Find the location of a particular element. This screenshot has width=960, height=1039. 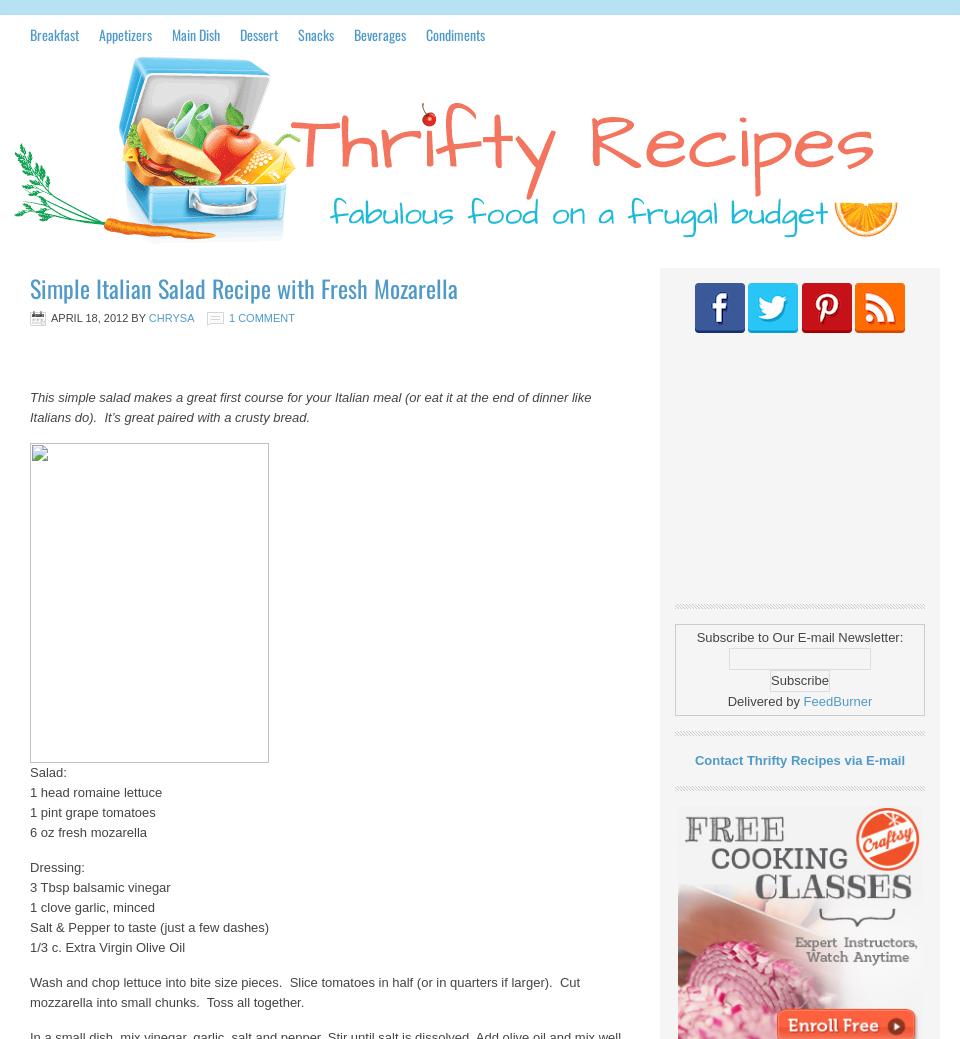

'Salad:' is located at coordinates (47, 771).